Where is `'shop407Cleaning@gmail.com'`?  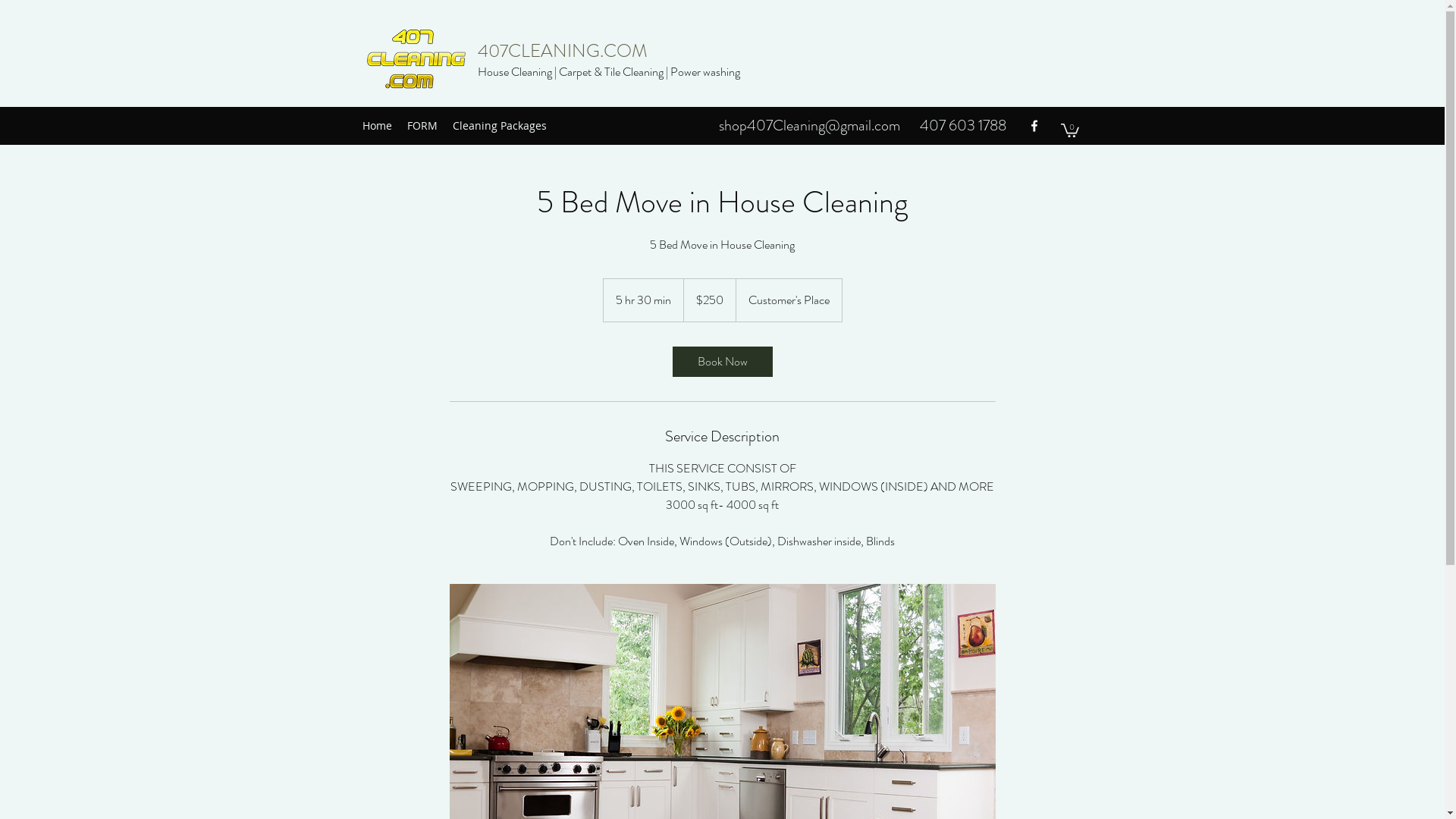
'shop407Cleaning@gmail.com' is located at coordinates (808, 124).